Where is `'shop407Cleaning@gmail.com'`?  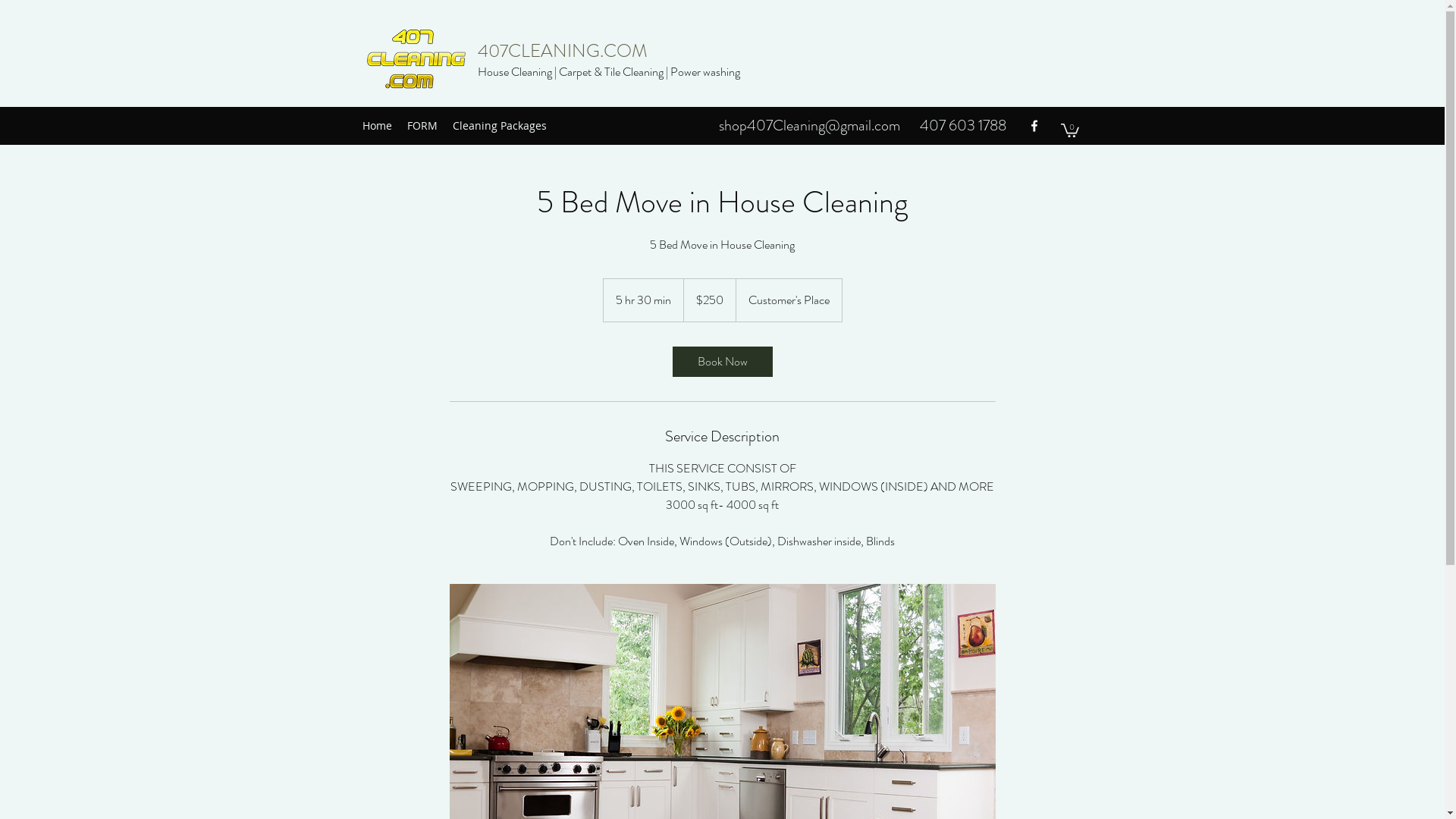
'shop407Cleaning@gmail.com' is located at coordinates (808, 124).